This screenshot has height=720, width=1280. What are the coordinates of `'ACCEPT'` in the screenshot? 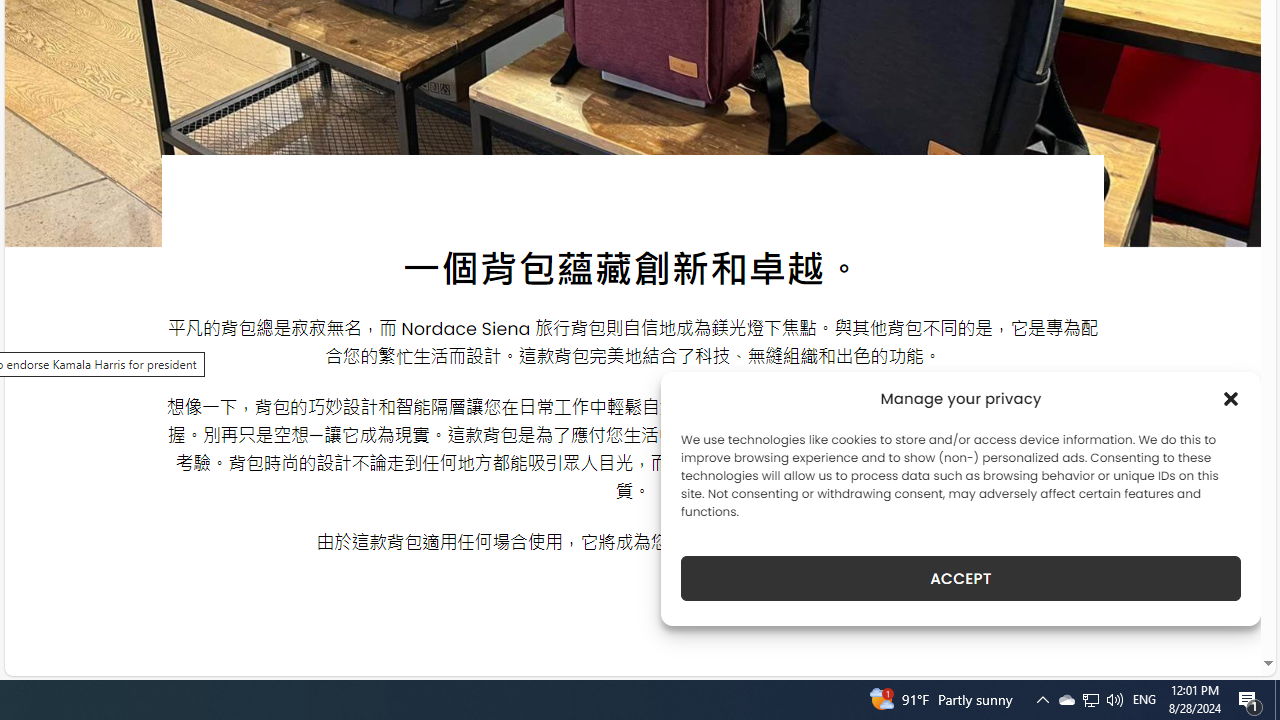 It's located at (961, 578).